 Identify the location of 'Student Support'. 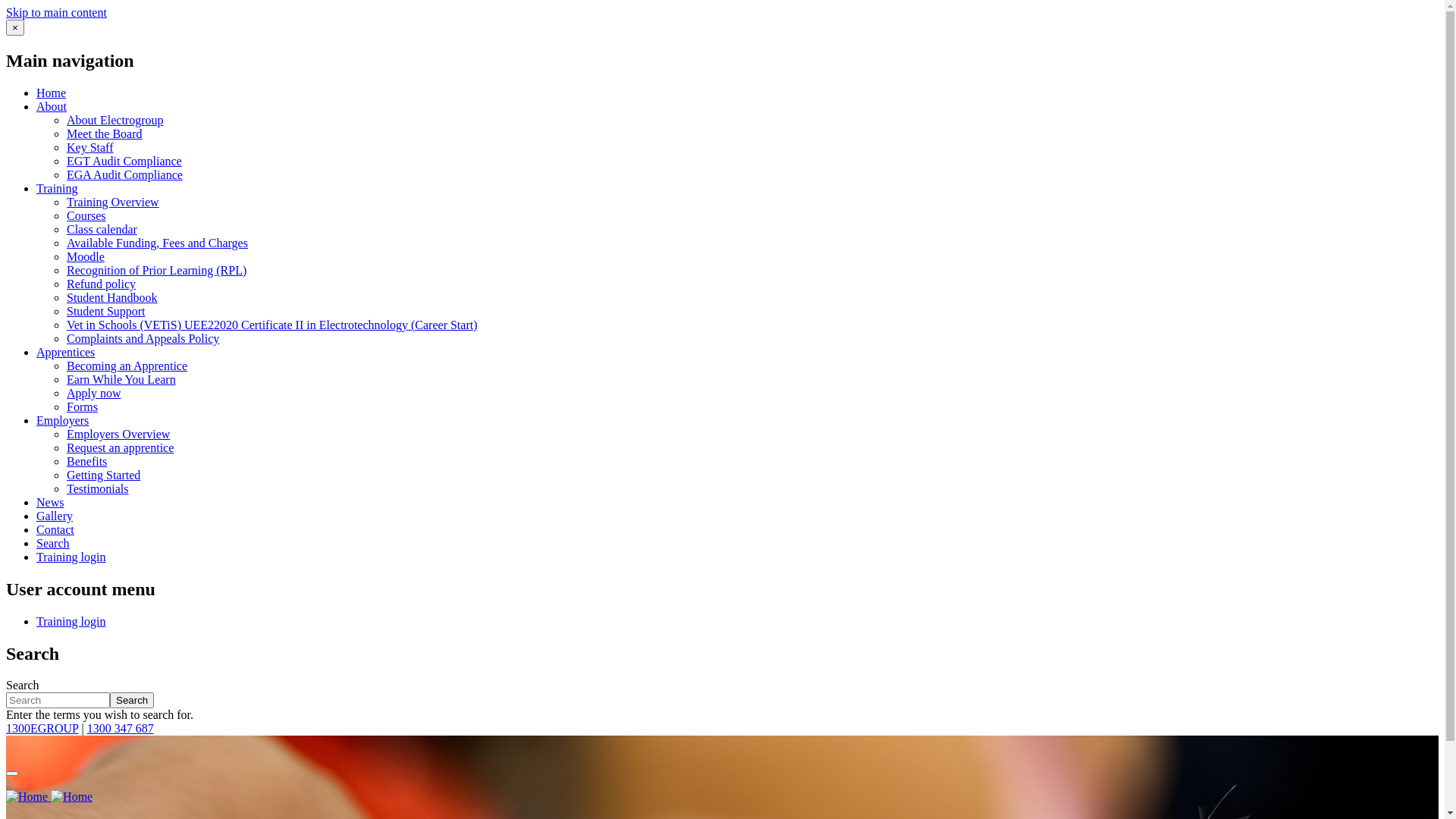
(105, 310).